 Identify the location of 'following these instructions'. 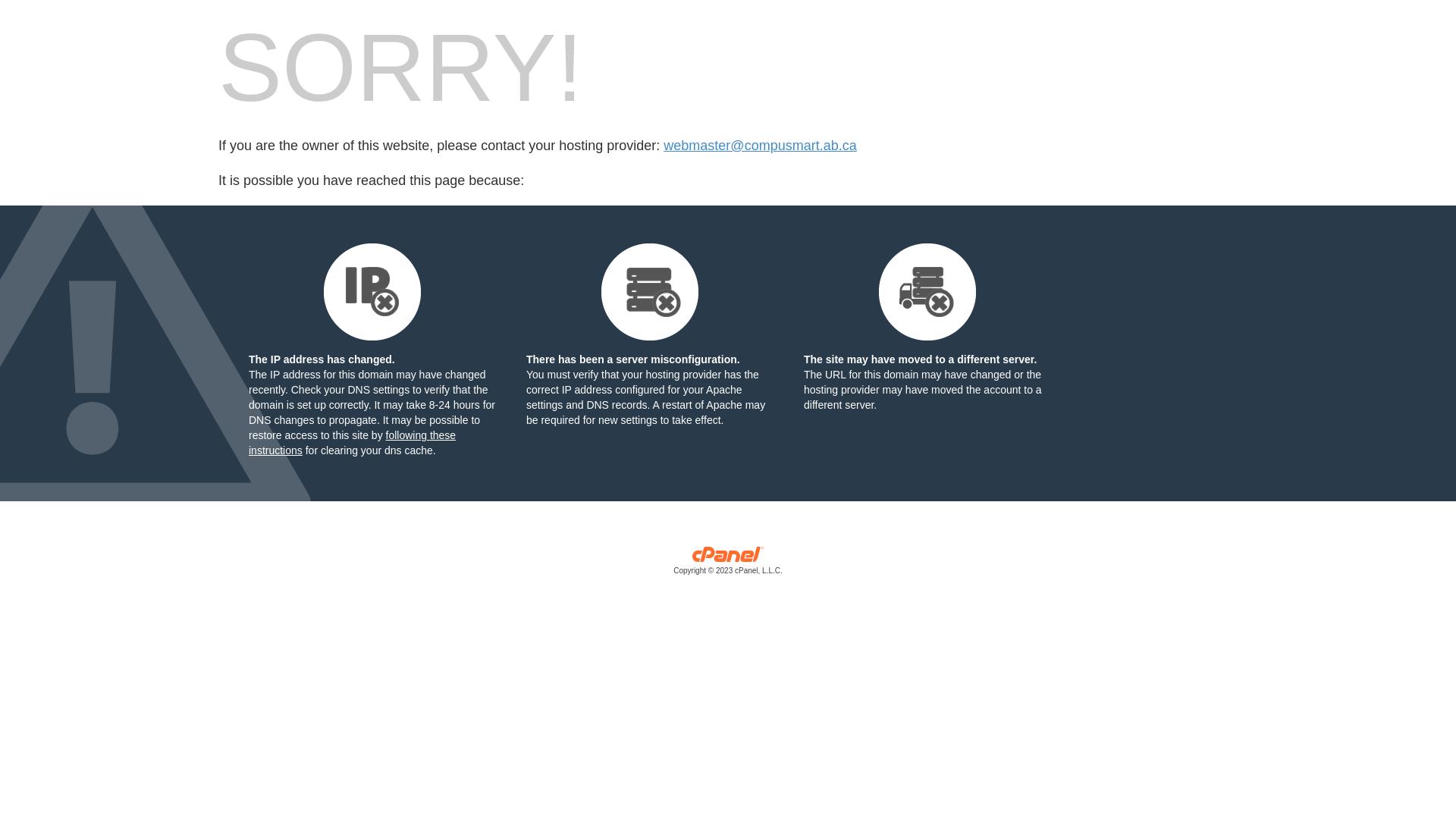
(351, 442).